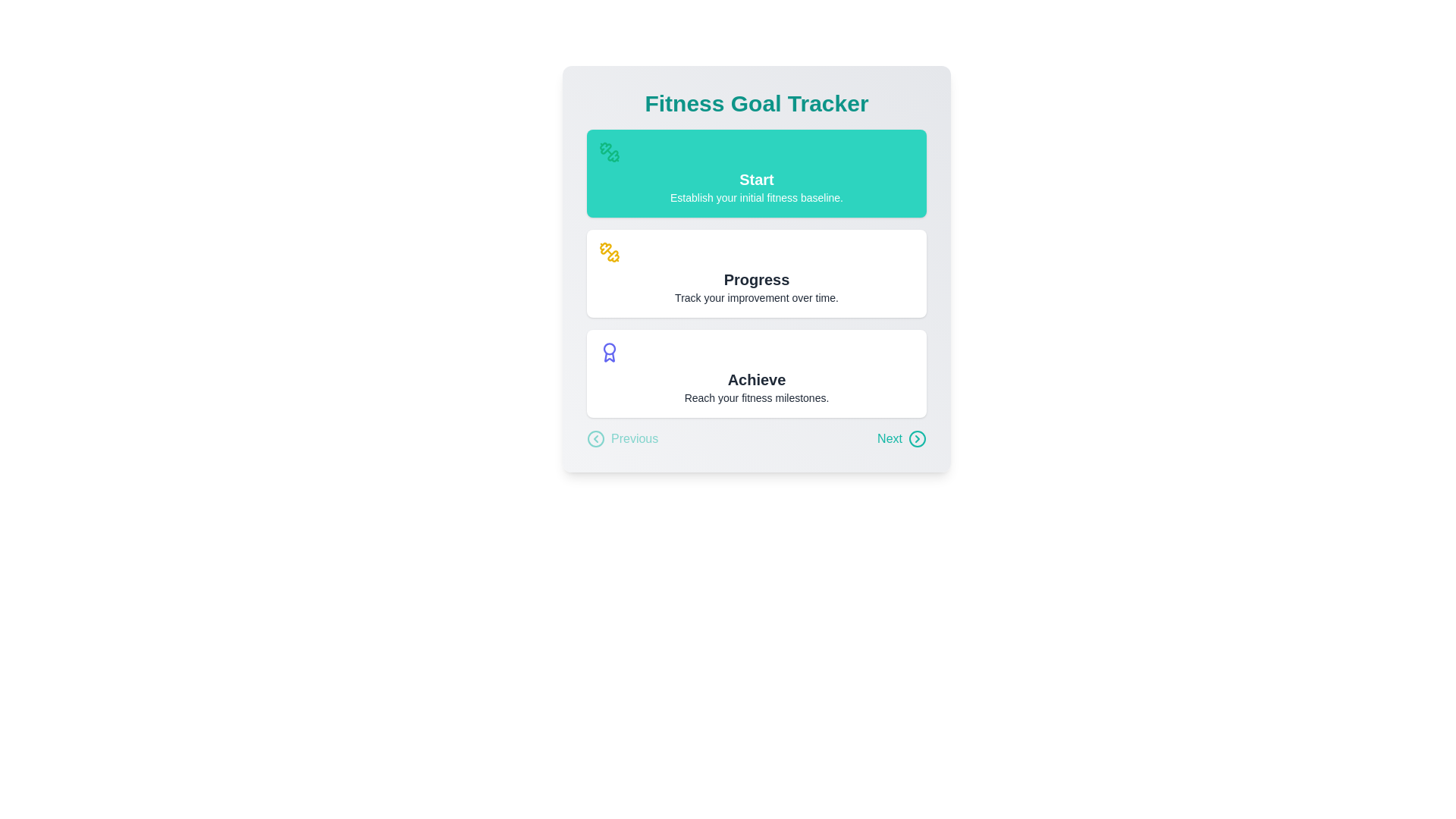 This screenshot has width=1456, height=819. What do you see at coordinates (635, 438) in the screenshot?
I see `the 'Previous' text label element, which is styled in teal and located in the bottom-left corner of the navigation control` at bounding box center [635, 438].